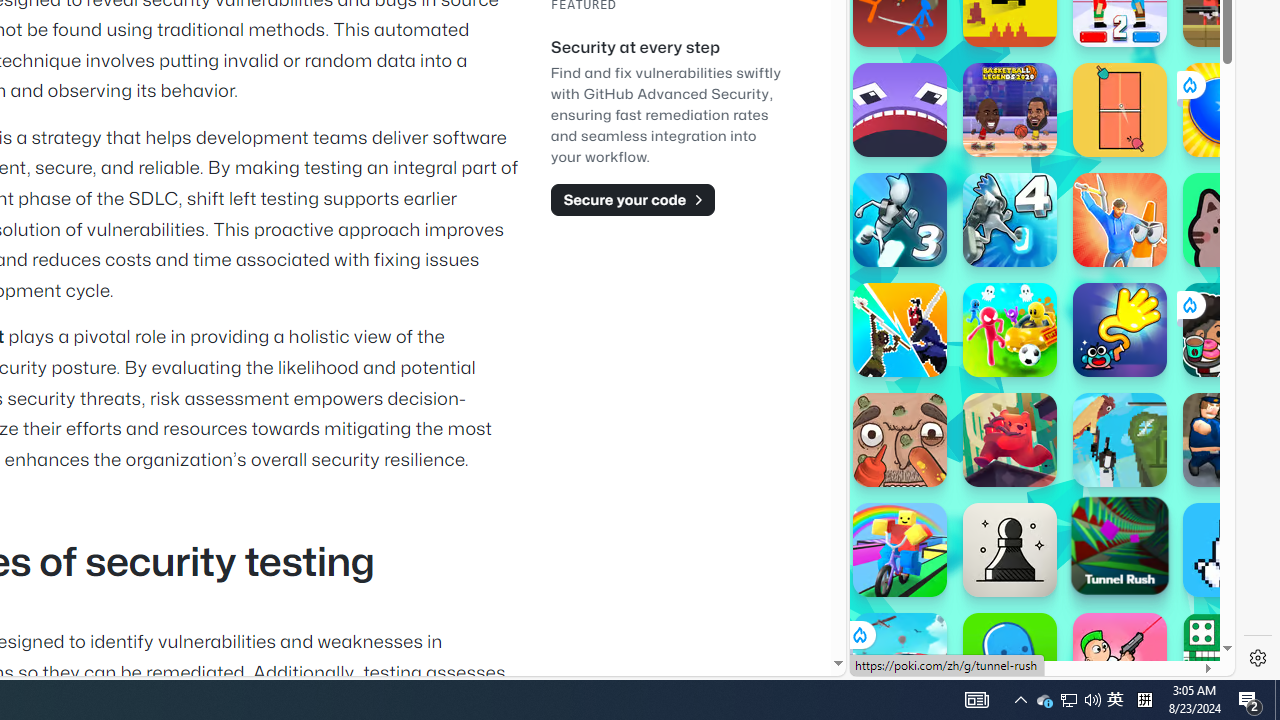  Describe the element at coordinates (1120, 110) in the screenshot. I see `'Ping Pong'` at that location.